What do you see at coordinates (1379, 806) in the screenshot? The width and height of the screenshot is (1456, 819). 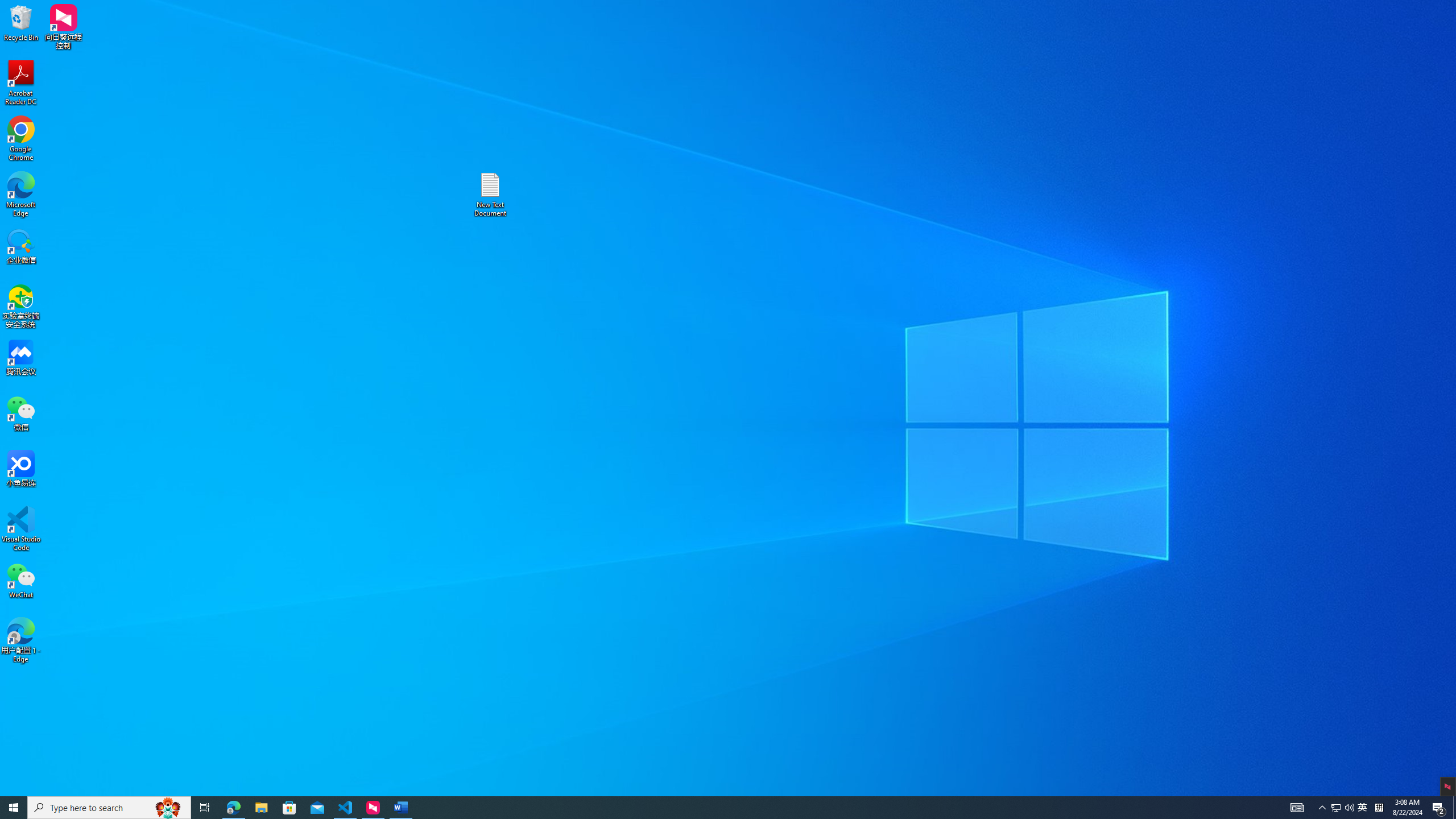 I see `'Tray Input Indicator - Chinese (Simplified, China)'` at bounding box center [1379, 806].